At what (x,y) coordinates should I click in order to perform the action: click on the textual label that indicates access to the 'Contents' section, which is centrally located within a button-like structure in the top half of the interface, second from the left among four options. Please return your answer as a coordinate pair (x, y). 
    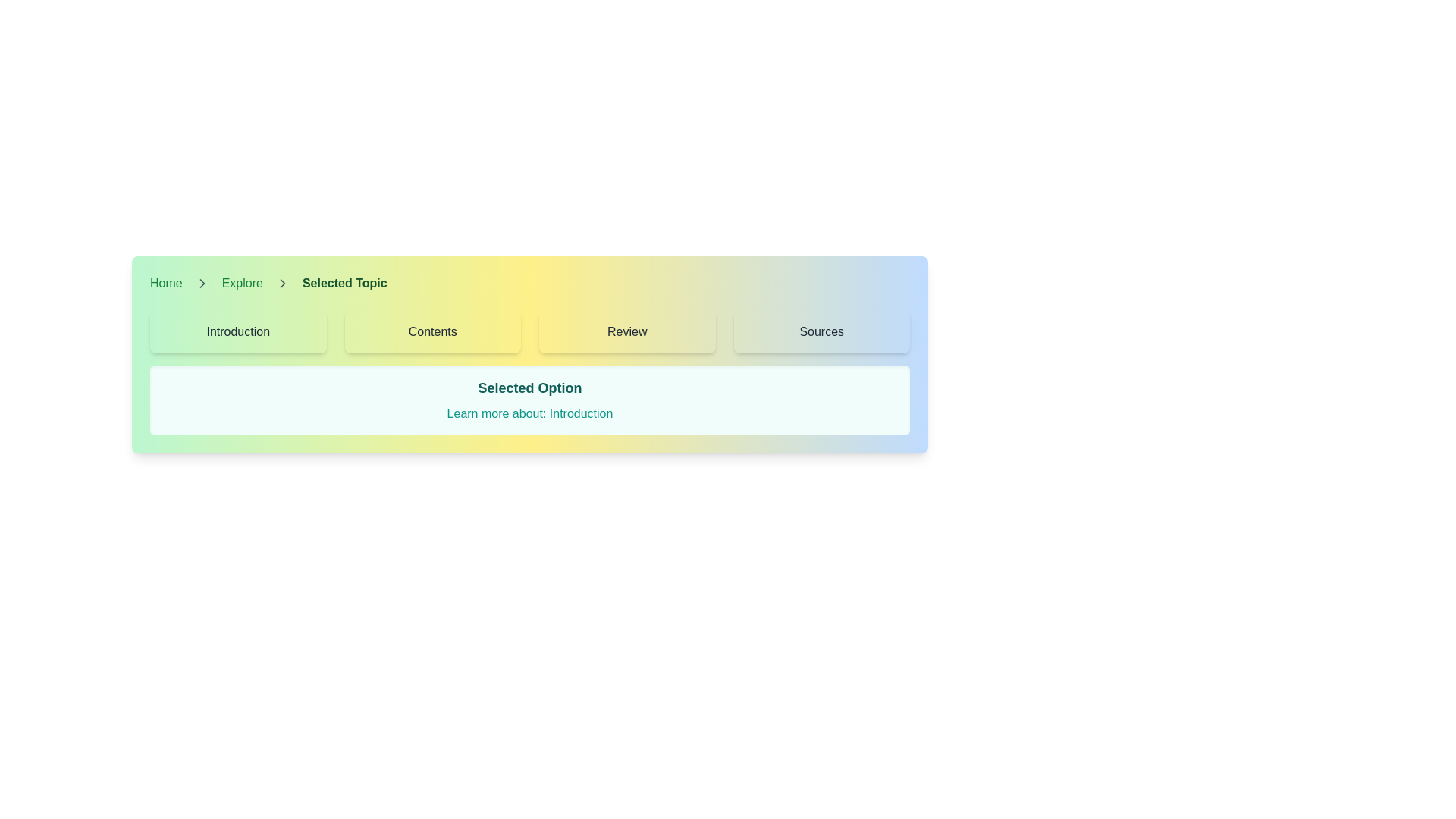
    Looking at the image, I should click on (431, 331).